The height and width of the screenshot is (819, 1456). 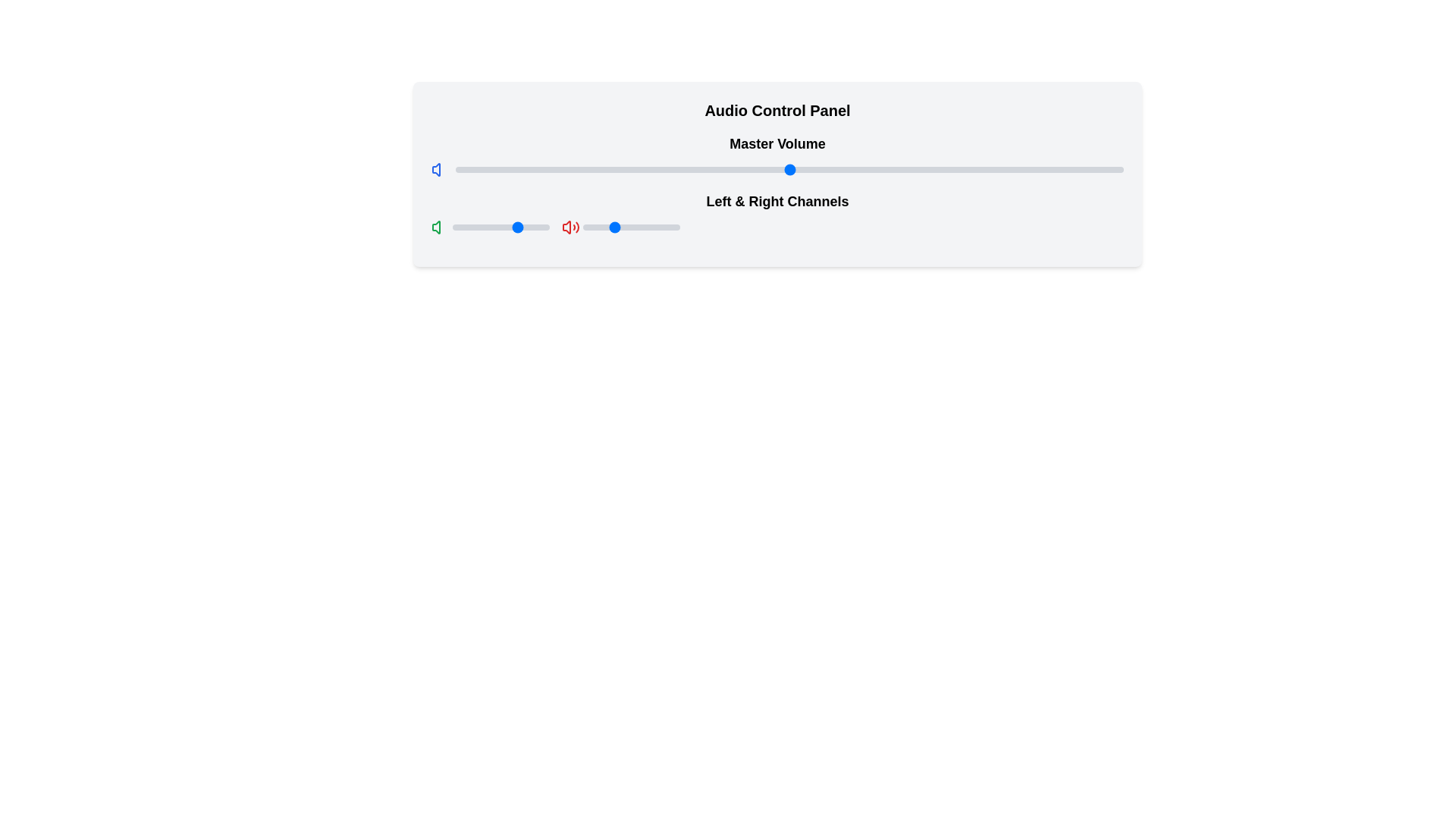 What do you see at coordinates (545, 227) in the screenshot?
I see `the left-right channel balance` at bounding box center [545, 227].